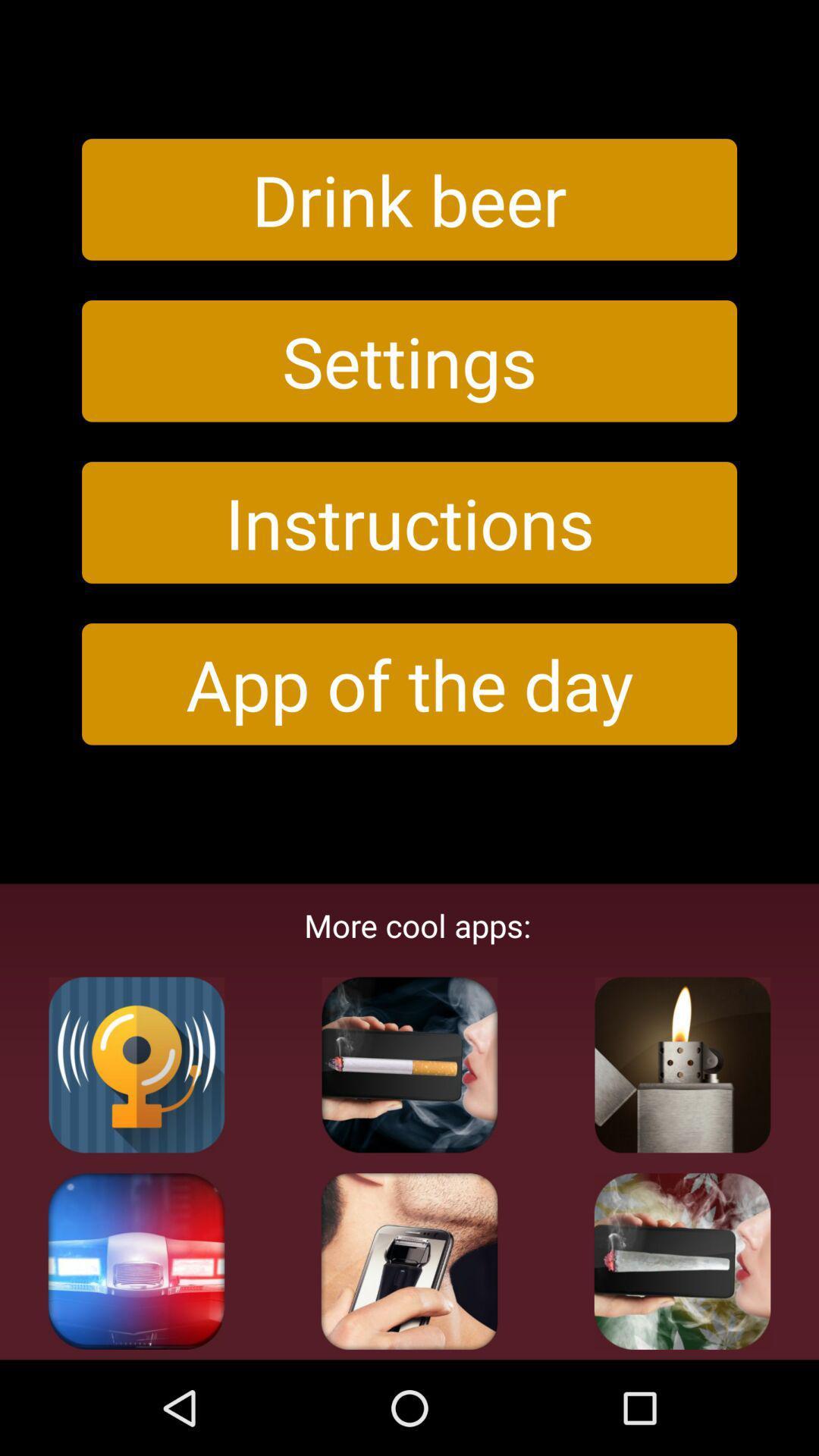  I want to click on the icon below the drink beer, so click(409, 360).